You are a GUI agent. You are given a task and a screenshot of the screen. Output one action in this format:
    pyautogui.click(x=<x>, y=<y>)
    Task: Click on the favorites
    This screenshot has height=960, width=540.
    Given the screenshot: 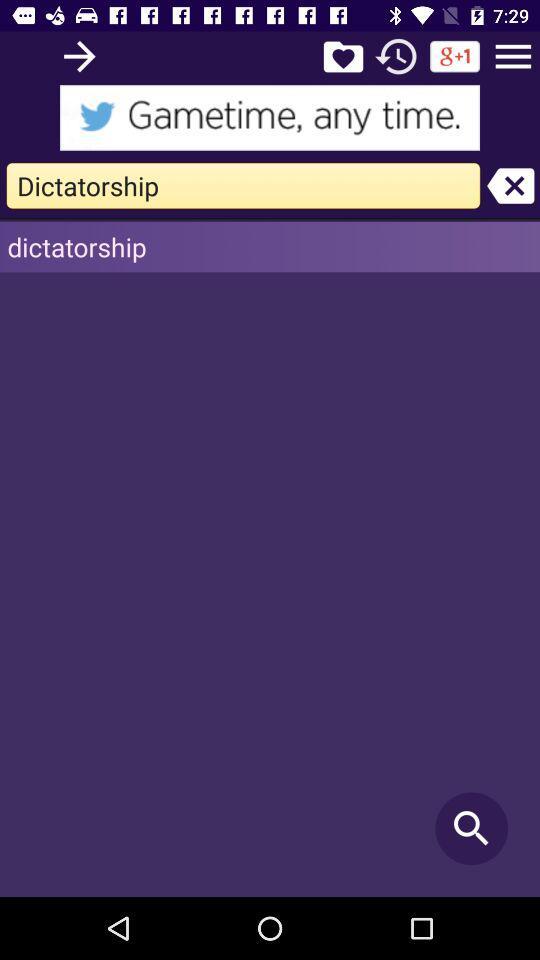 What is the action you would take?
    pyautogui.click(x=342, y=55)
    